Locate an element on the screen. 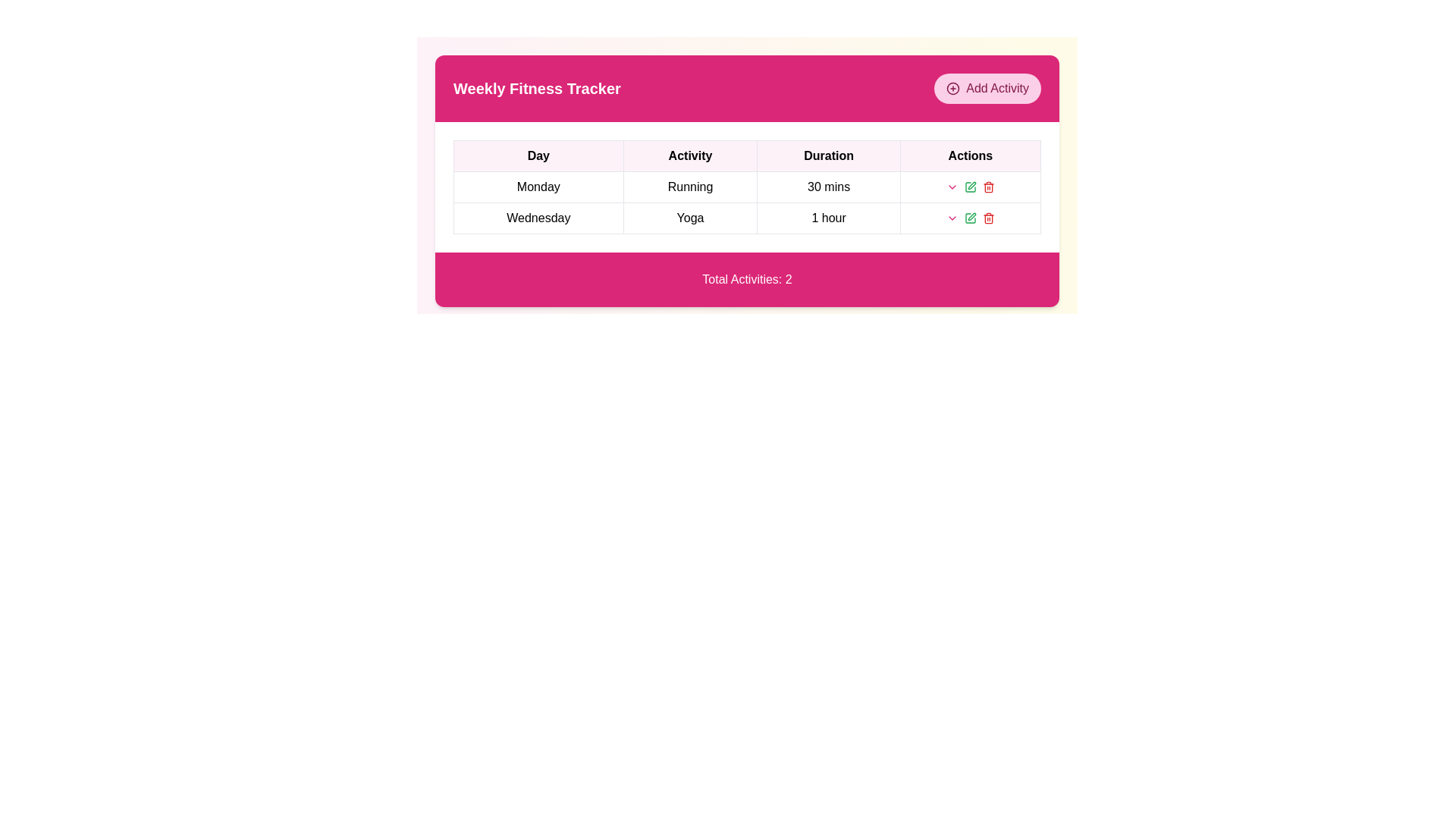 The height and width of the screenshot is (819, 1456). the button located in the top-right corner of the header section beside the title 'Weekly Fitness Tracker' is located at coordinates (987, 88).